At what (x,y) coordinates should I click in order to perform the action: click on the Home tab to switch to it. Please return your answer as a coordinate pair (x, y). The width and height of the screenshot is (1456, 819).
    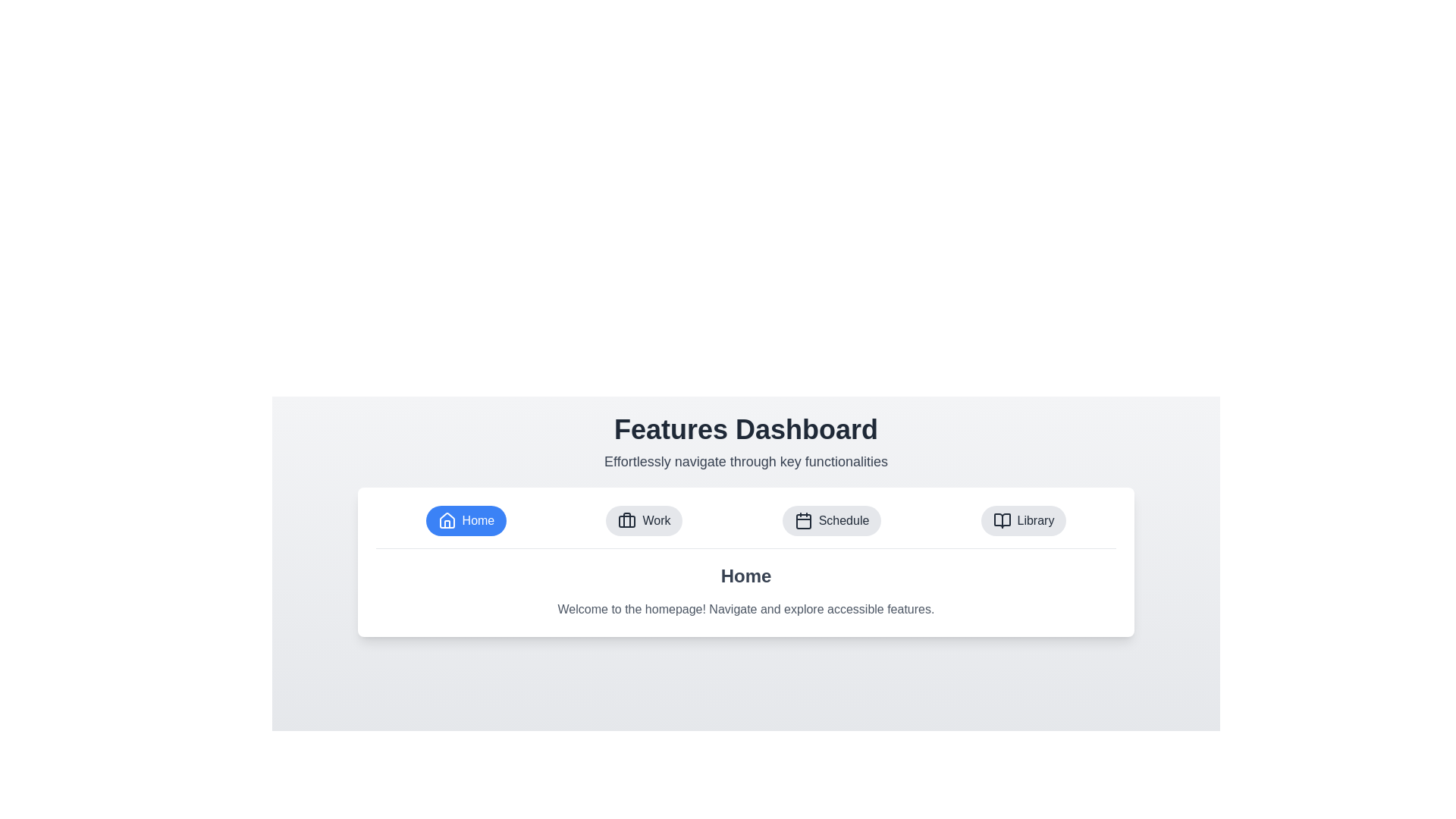
    Looking at the image, I should click on (465, 519).